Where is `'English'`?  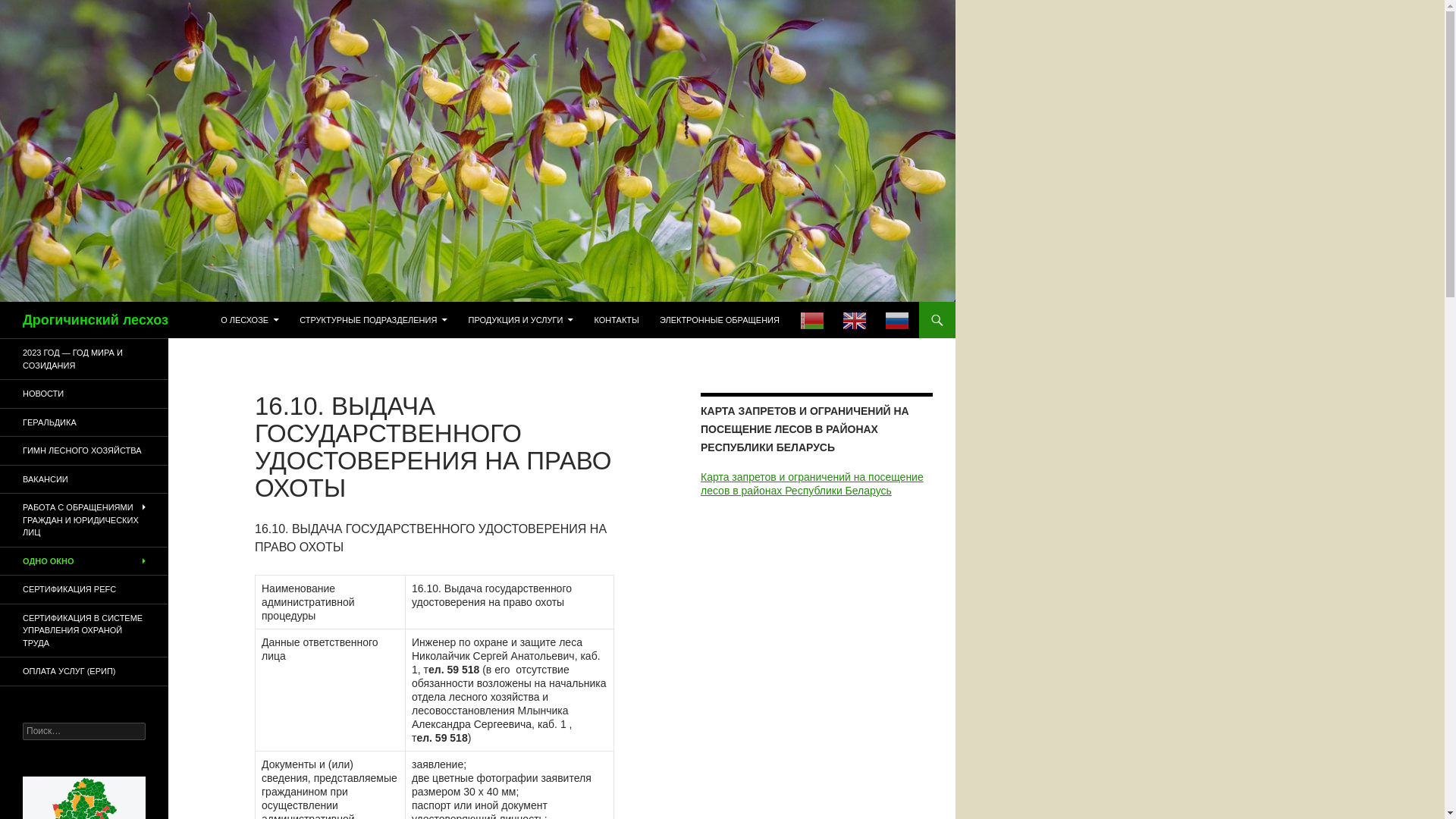 'English' is located at coordinates (855, 318).